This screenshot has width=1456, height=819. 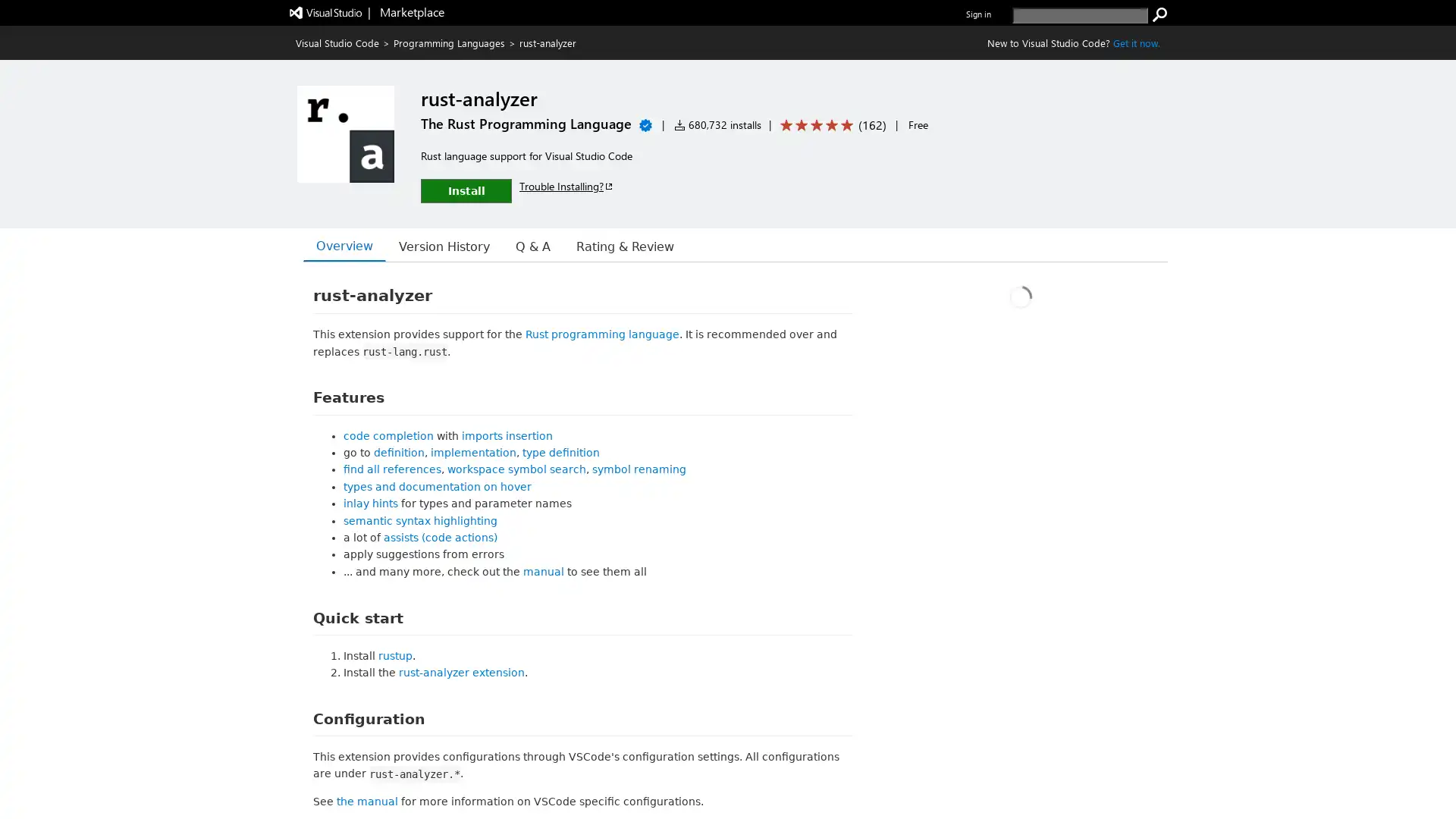 I want to click on Overview, so click(x=340, y=245).